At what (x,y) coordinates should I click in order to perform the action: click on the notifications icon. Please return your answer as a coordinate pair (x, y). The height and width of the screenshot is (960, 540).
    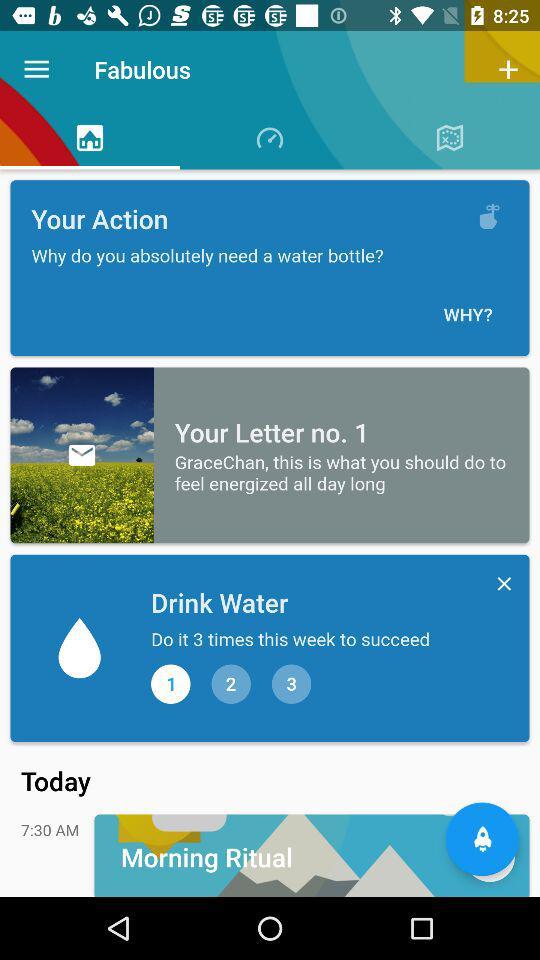
    Looking at the image, I should click on (481, 839).